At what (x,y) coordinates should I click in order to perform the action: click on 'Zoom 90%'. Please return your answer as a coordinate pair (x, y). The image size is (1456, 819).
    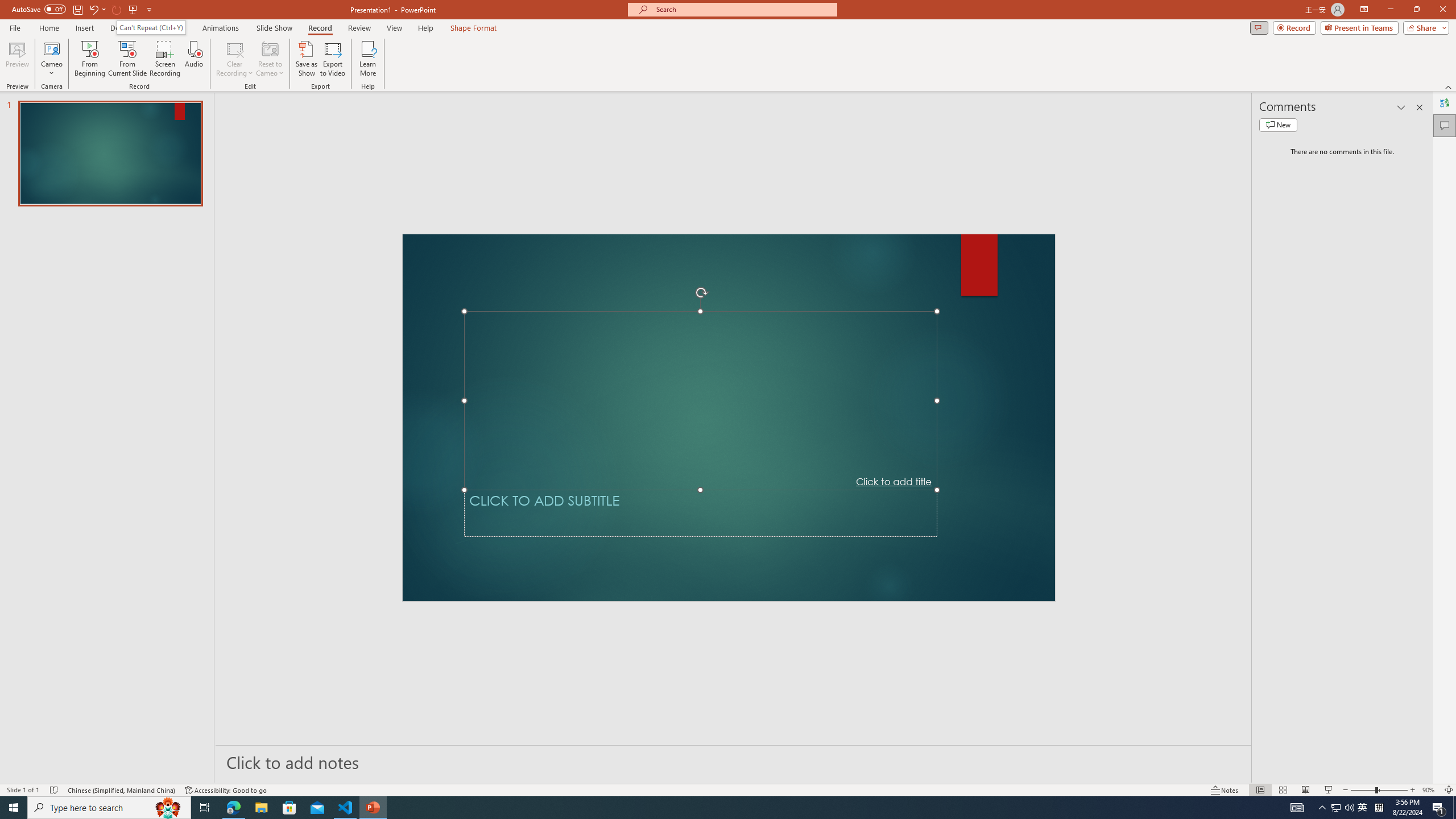
    Looking at the image, I should click on (1430, 790).